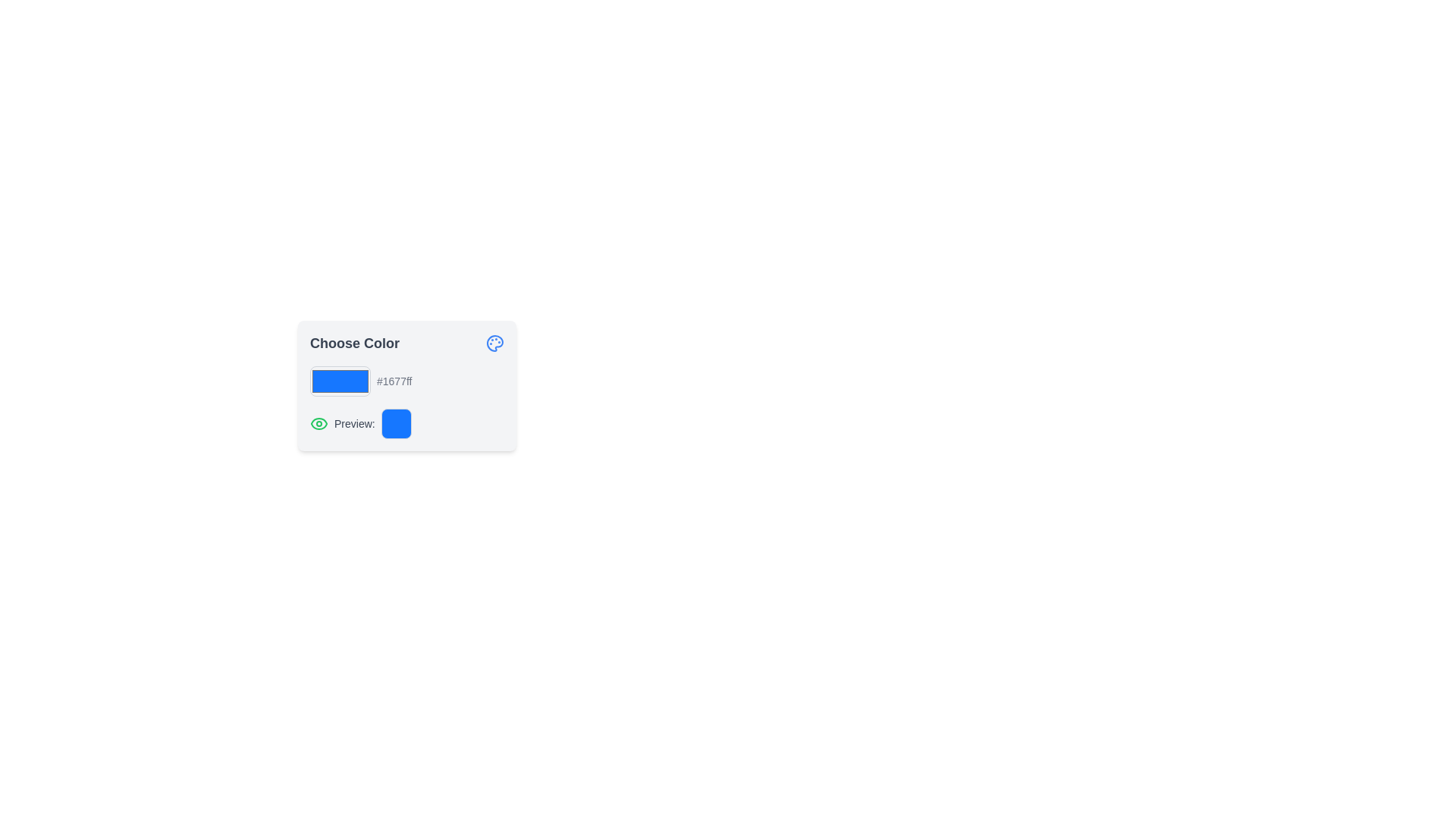 Image resolution: width=1456 pixels, height=819 pixels. Describe the element at coordinates (494, 343) in the screenshot. I see `the color picker icon located in the top-right corner of the 'Choose Color' box, which visually represents the color selection feature` at that location.